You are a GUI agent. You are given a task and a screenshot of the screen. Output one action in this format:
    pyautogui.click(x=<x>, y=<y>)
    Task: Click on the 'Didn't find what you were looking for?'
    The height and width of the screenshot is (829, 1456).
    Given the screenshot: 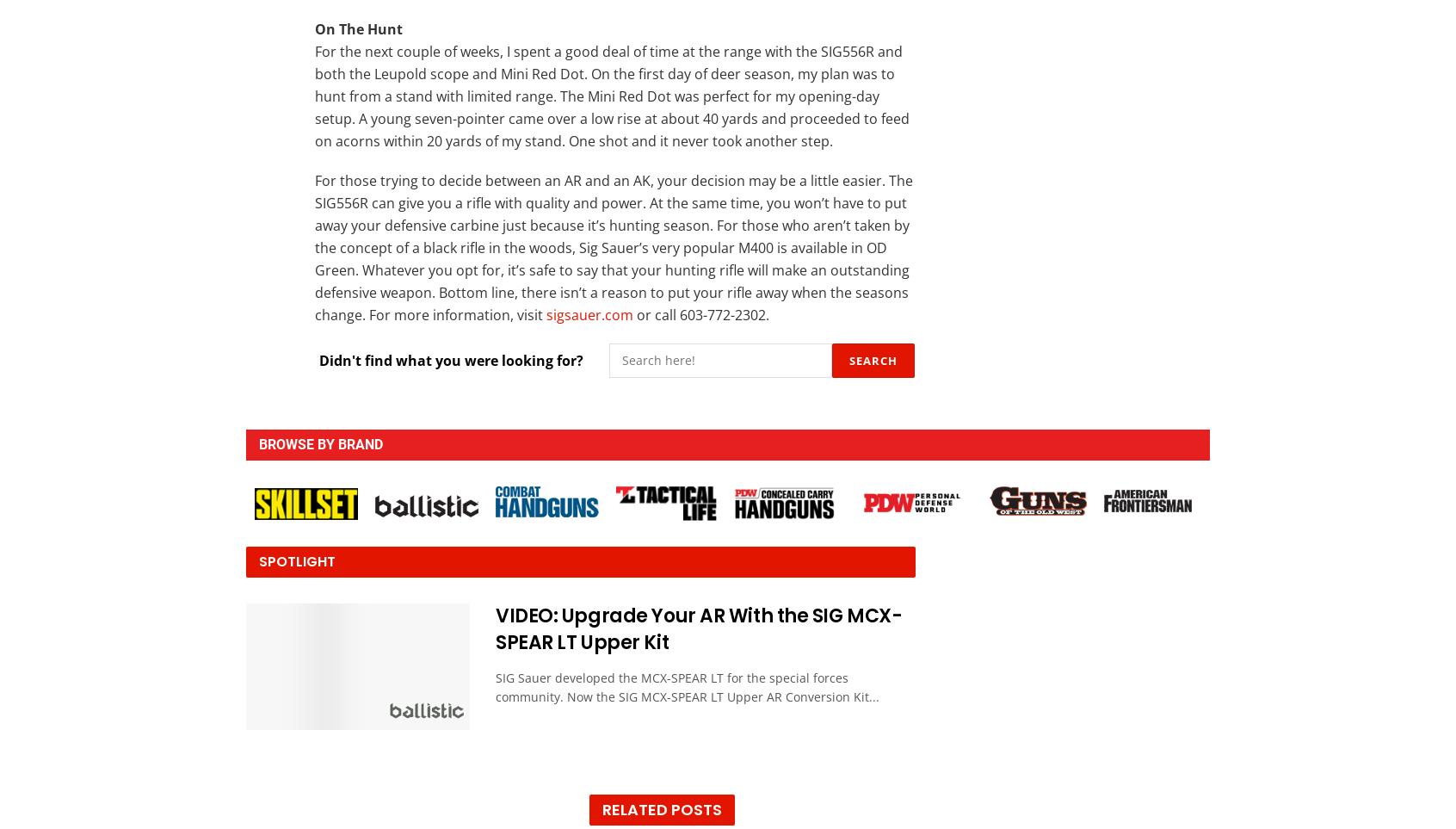 What is the action you would take?
    pyautogui.click(x=451, y=360)
    